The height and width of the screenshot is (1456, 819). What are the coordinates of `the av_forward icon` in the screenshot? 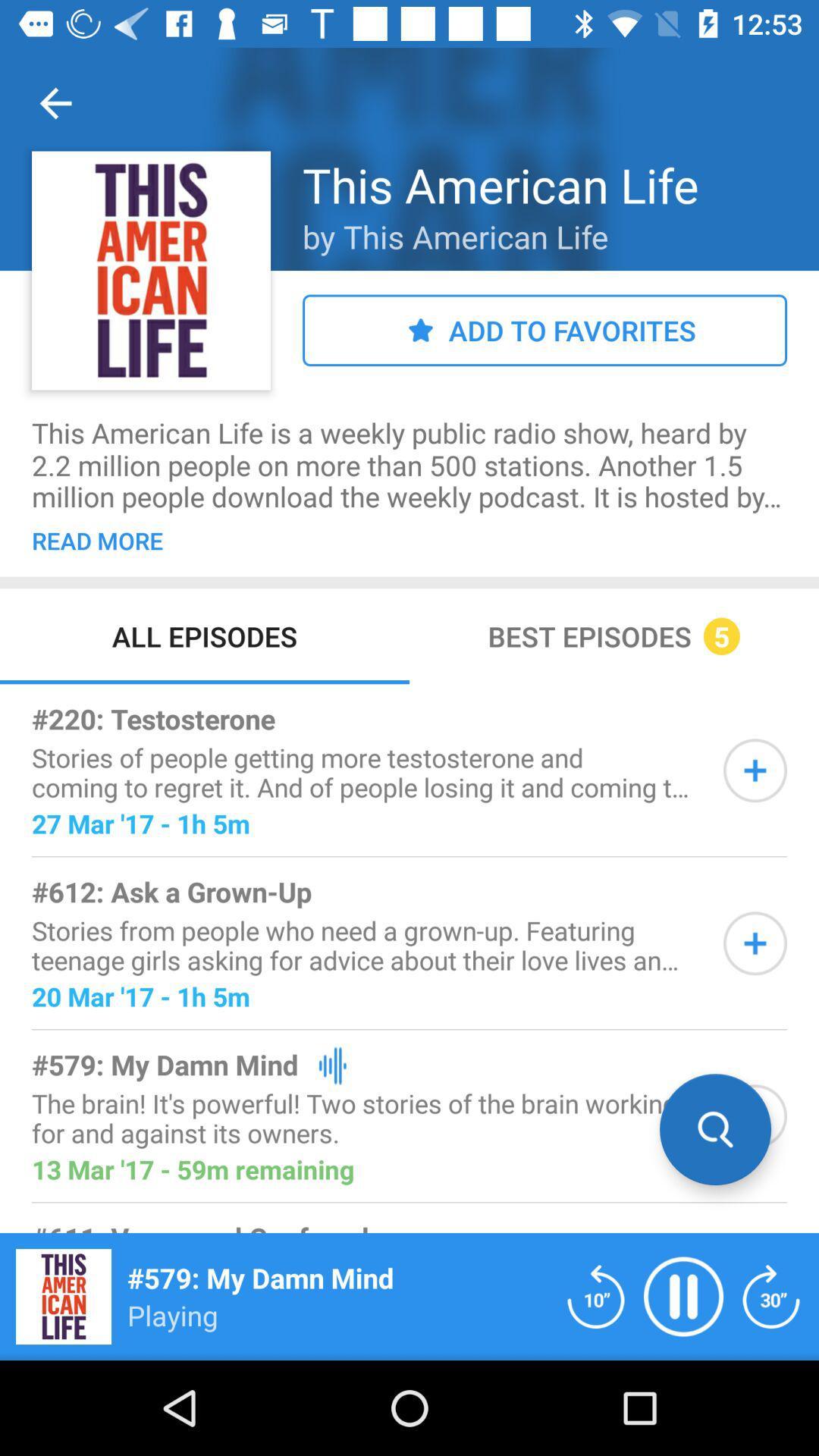 It's located at (771, 1295).